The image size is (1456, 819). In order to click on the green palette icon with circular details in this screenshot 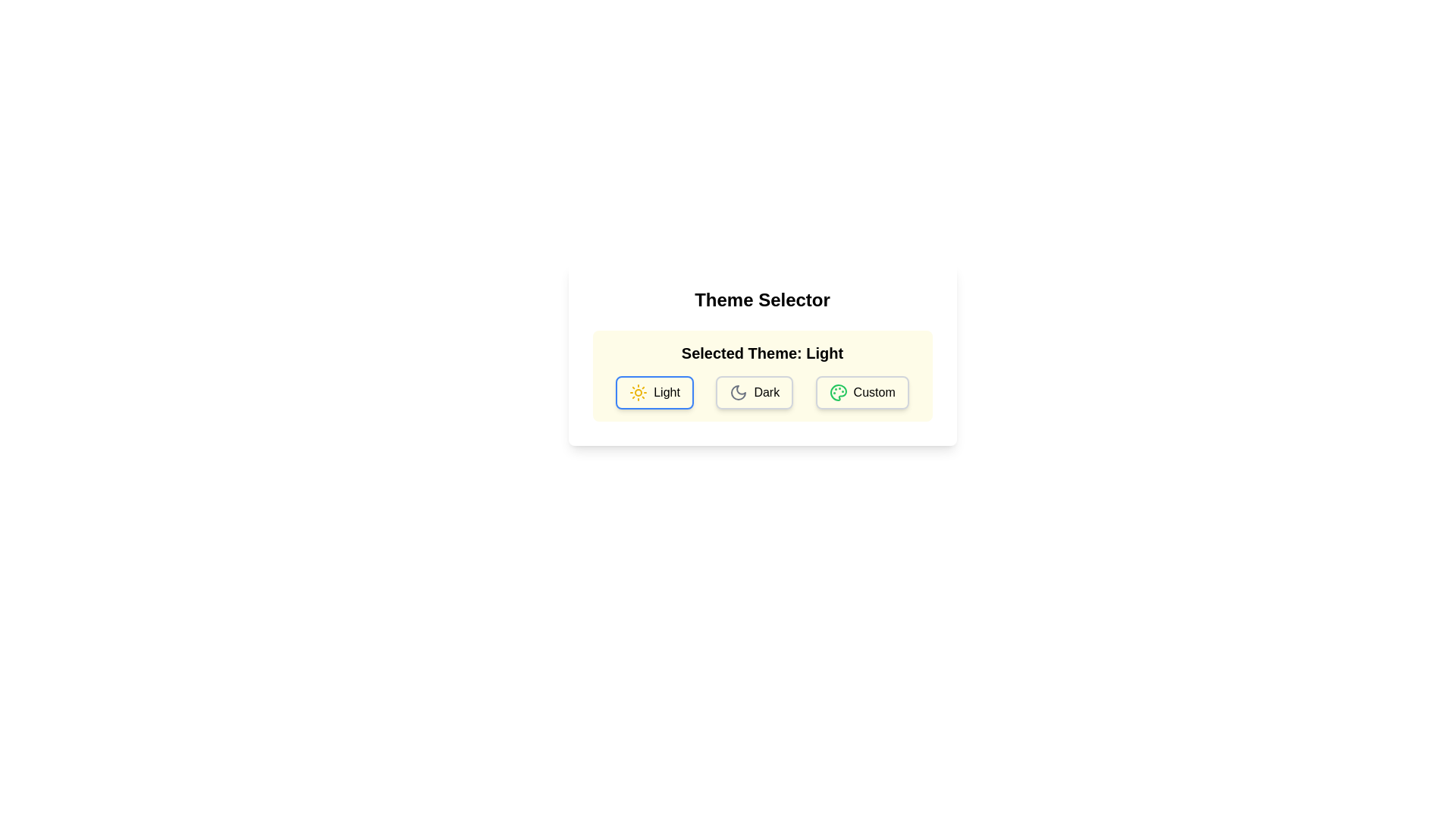, I will do `click(837, 391)`.